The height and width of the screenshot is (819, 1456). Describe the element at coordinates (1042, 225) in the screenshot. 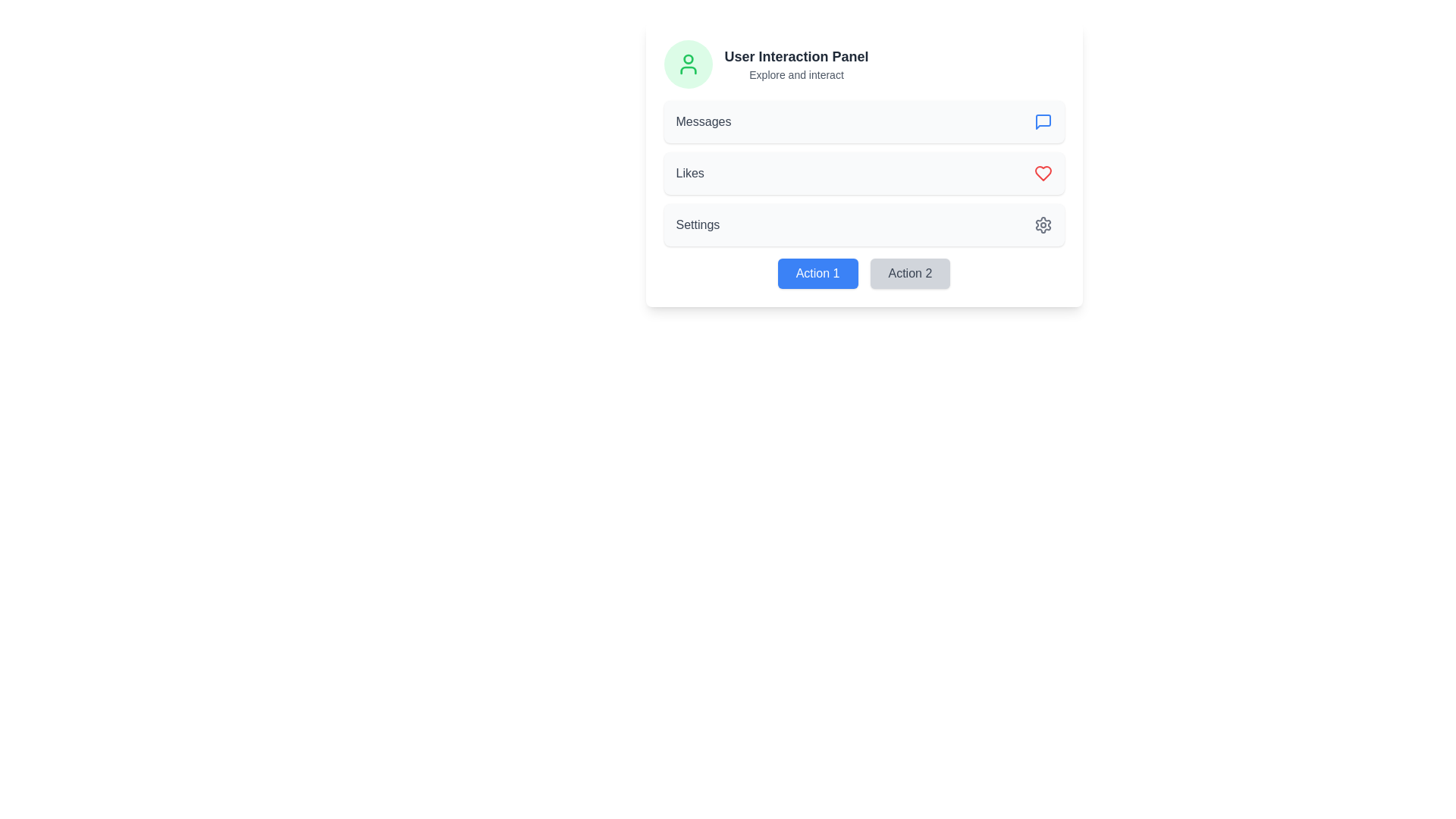

I see `the icon button located at the far right of the 'Settings' row` at that location.